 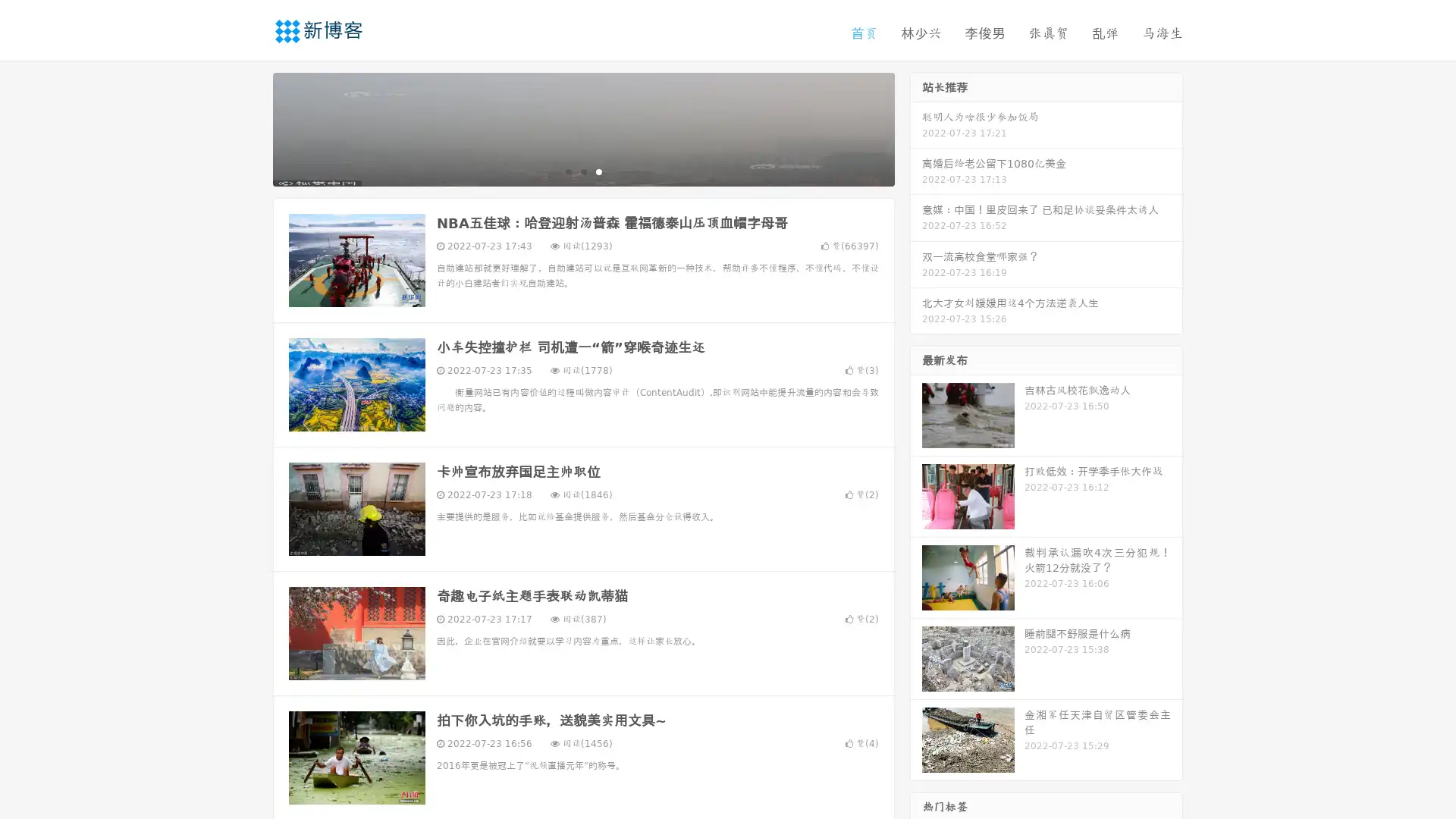 What do you see at coordinates (916, 127) in the screenshot?
I see `Next slide` at bounding box center [916, 127].